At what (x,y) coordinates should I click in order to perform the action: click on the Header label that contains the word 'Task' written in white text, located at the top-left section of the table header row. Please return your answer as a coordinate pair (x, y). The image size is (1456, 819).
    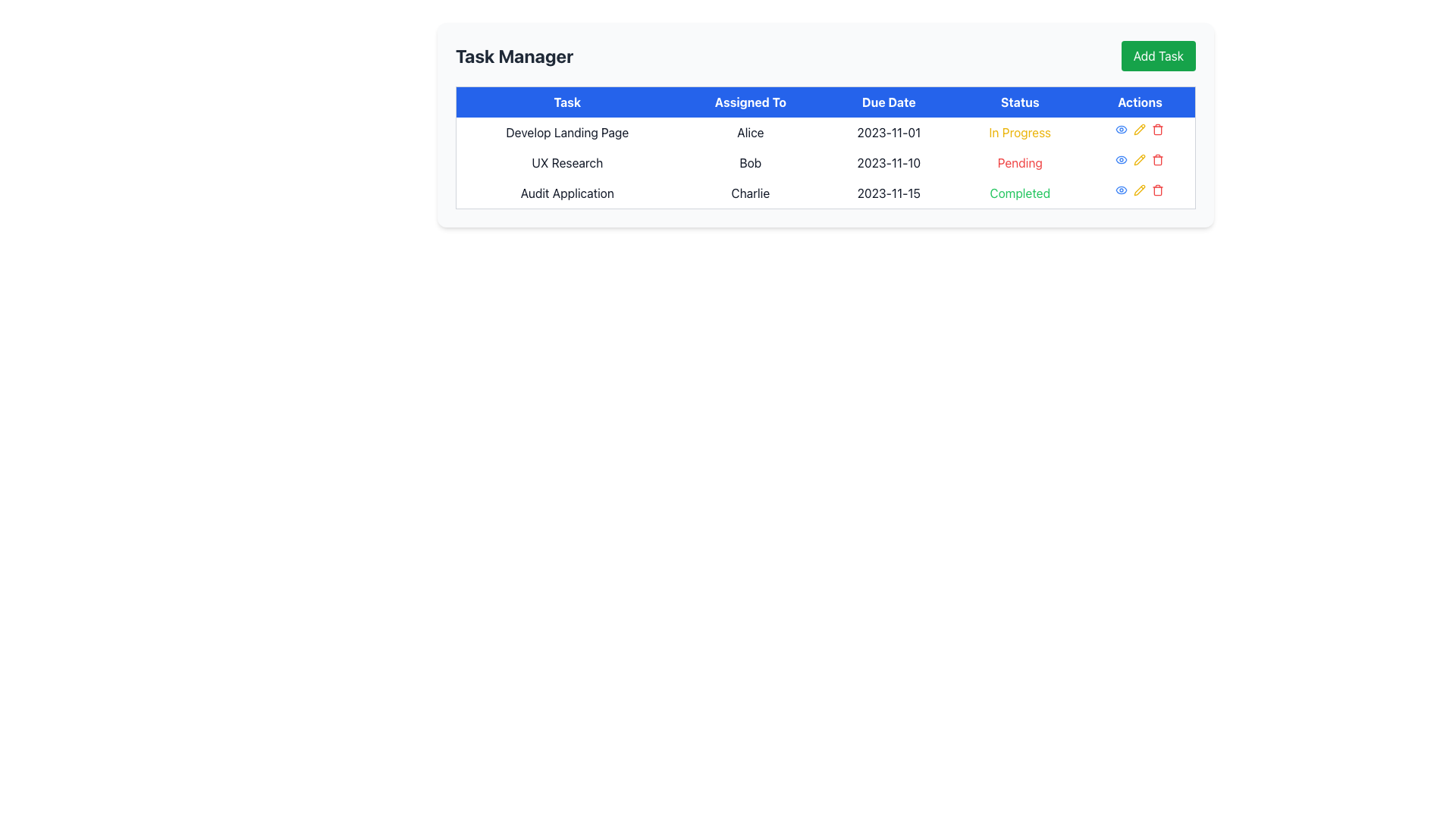
    Looking at the image, I should click on (566, 102).